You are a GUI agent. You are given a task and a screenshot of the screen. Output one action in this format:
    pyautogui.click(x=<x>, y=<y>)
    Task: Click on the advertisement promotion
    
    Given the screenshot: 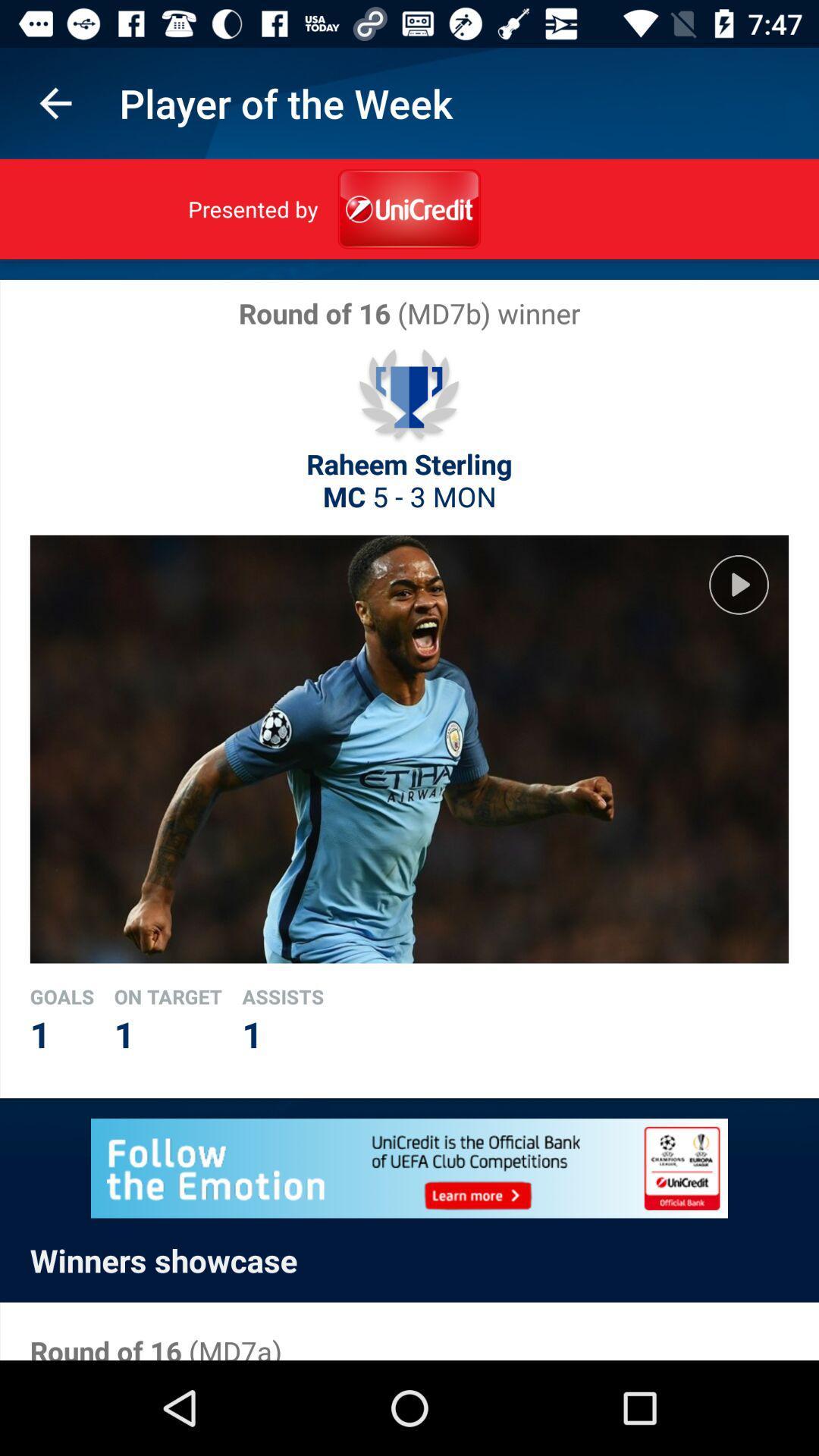 What is the action you would take?
    pyautogui.click(x=409, y=1167)
    